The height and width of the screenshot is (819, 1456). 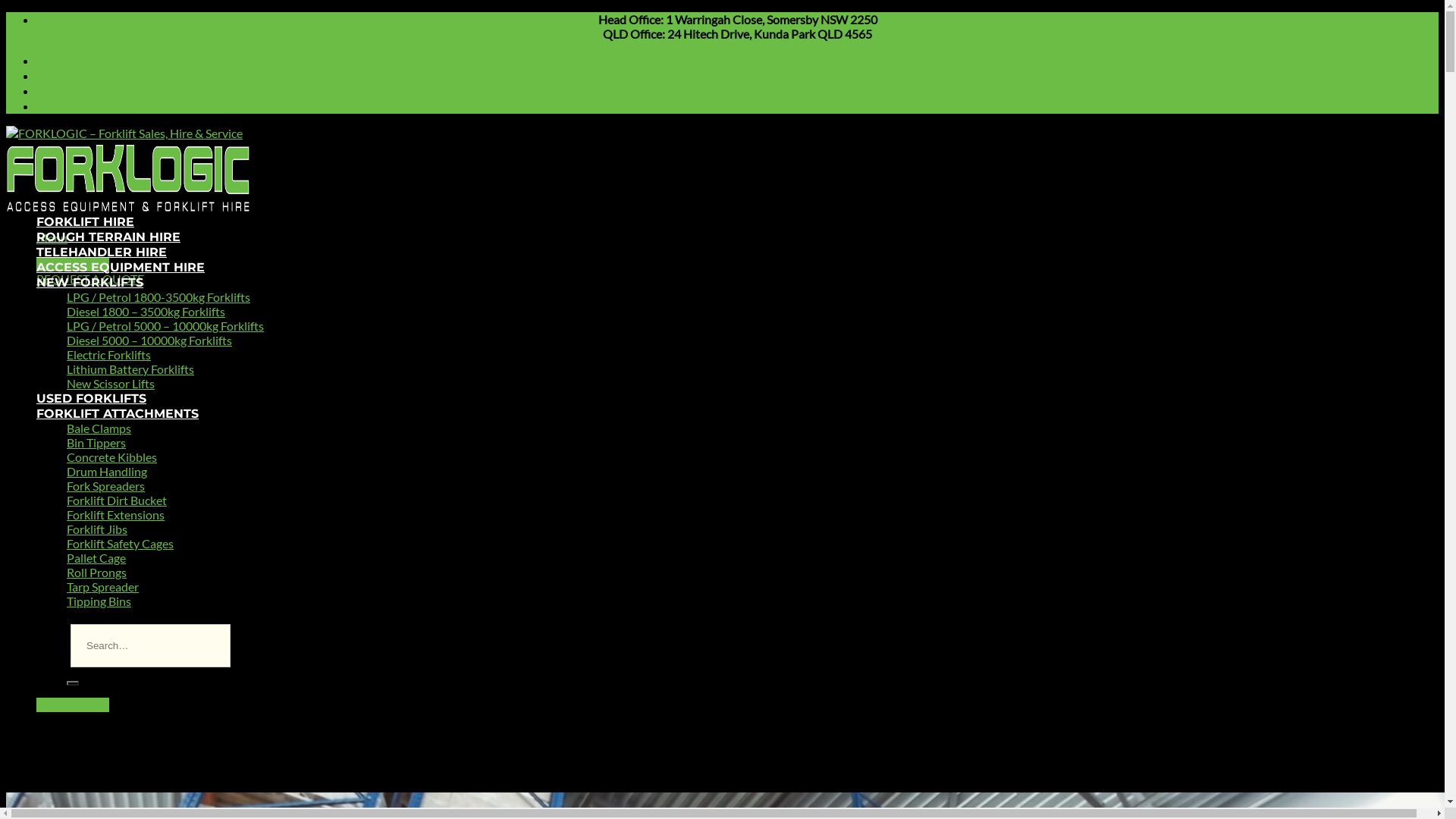 What do you see at coordinates (65, 585) in the screenshot?
I see `'Tarp Spreader'` at bounding box center [65, 585].